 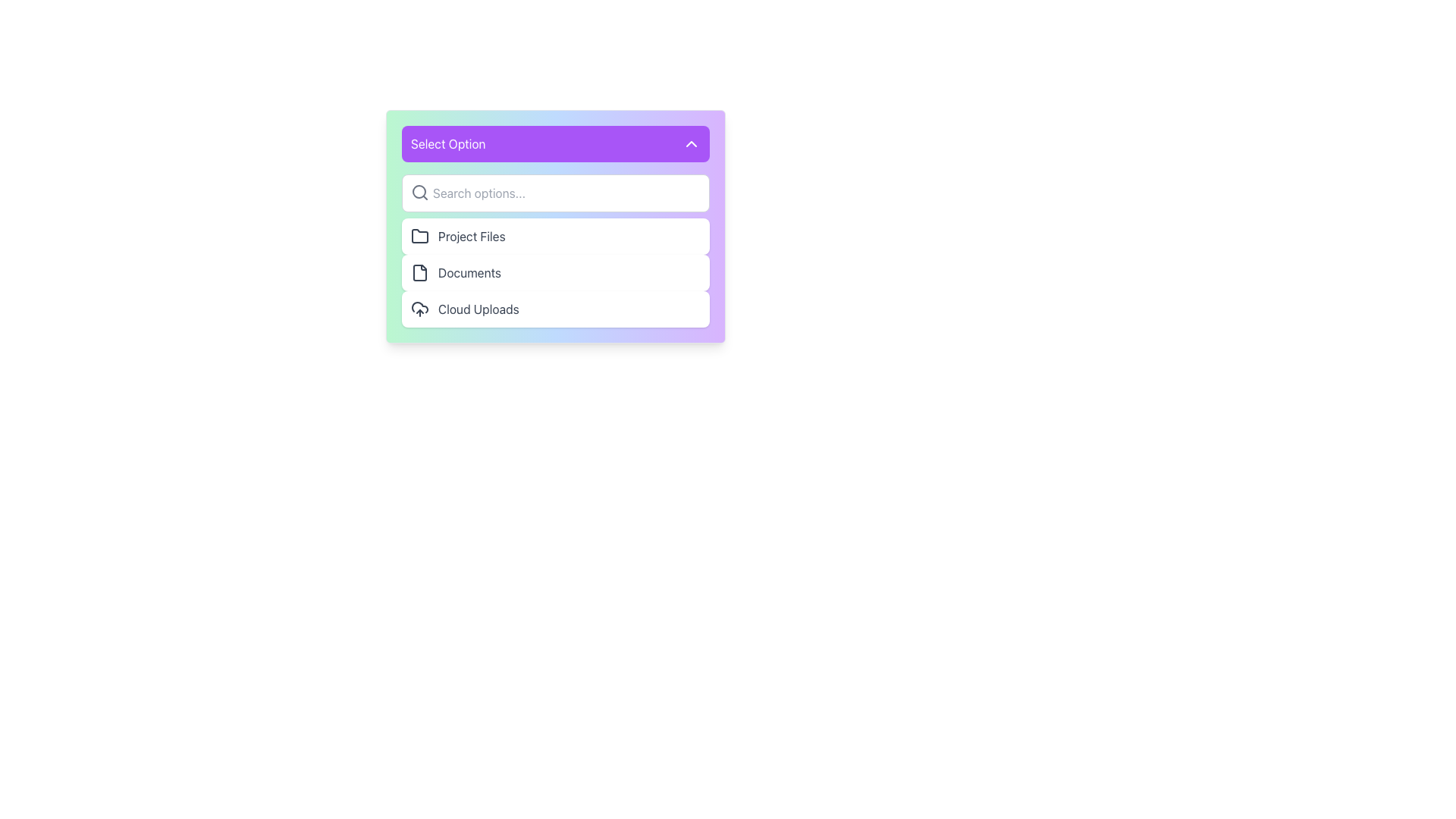 I want to click on the toggle icon in the top-right corner of the 'Select Option' purple header, so click(x=691, y=143).